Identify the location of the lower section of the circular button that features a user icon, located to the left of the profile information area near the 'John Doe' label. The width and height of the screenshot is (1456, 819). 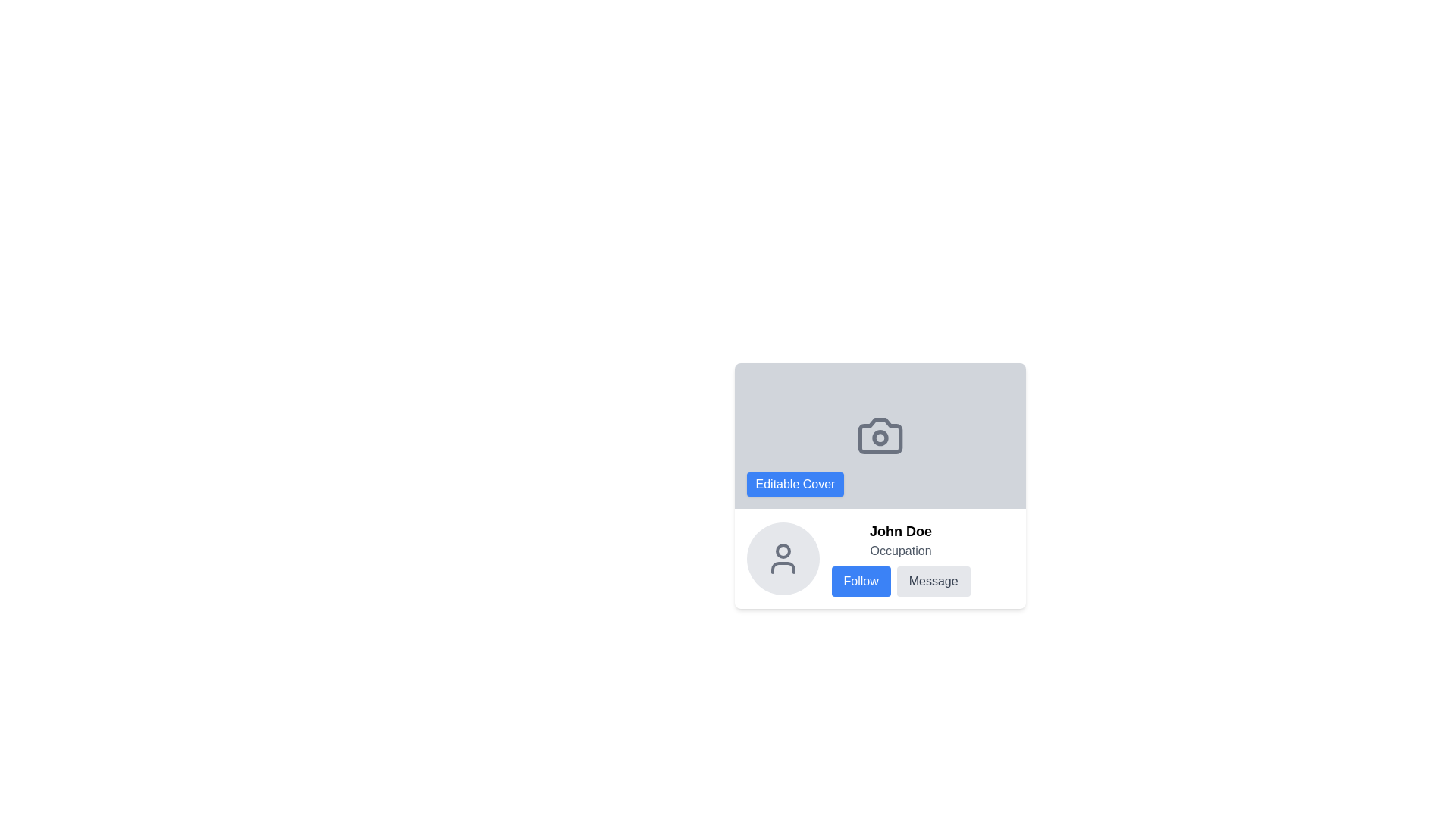
(783, 567).